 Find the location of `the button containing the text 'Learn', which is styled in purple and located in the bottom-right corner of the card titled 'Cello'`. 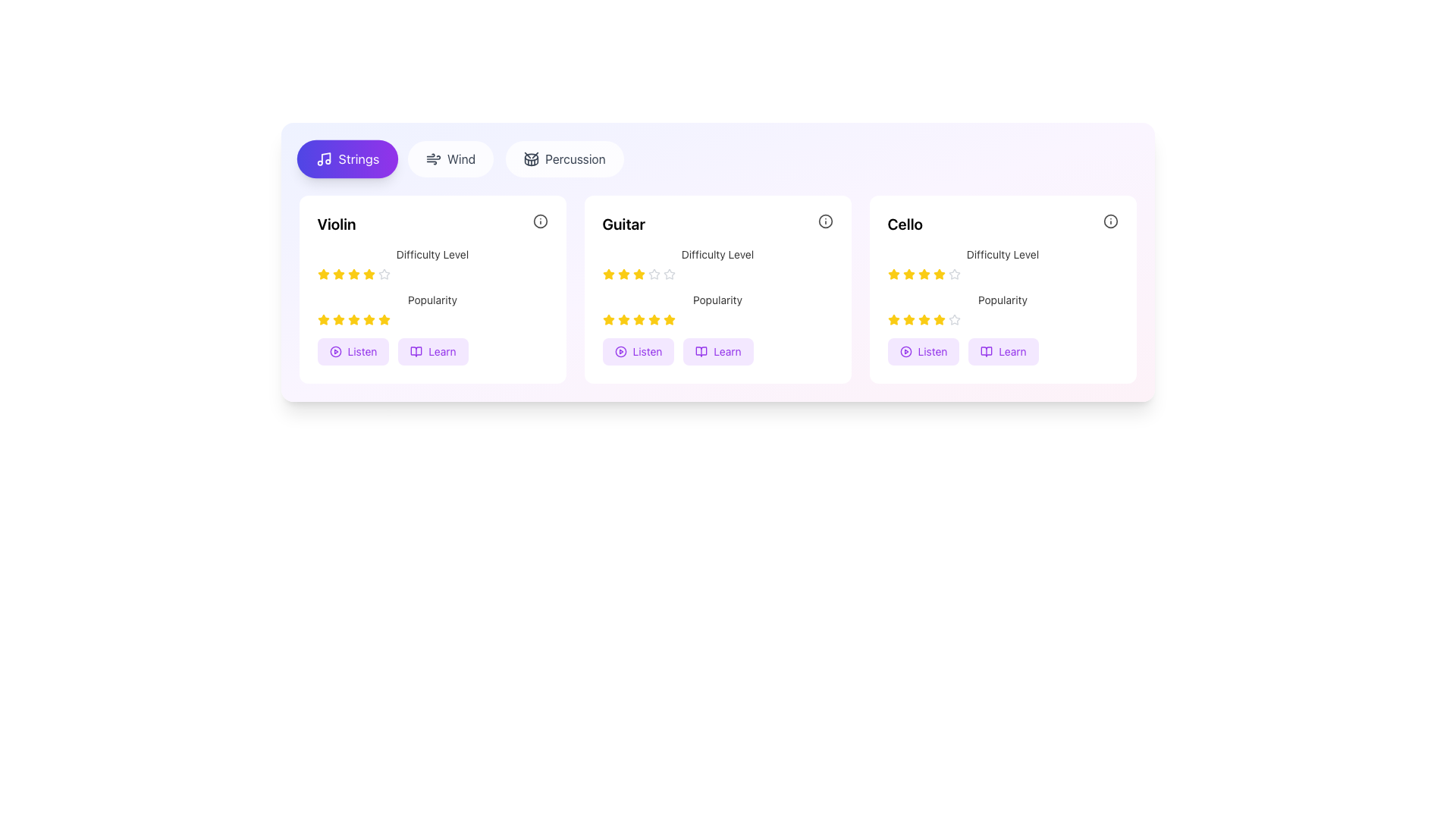

the button containing the text 'Learn', which is styled in purple and located in the bottom-right corner of the card titled 'Cello' is located at coordinates (1012, 351).